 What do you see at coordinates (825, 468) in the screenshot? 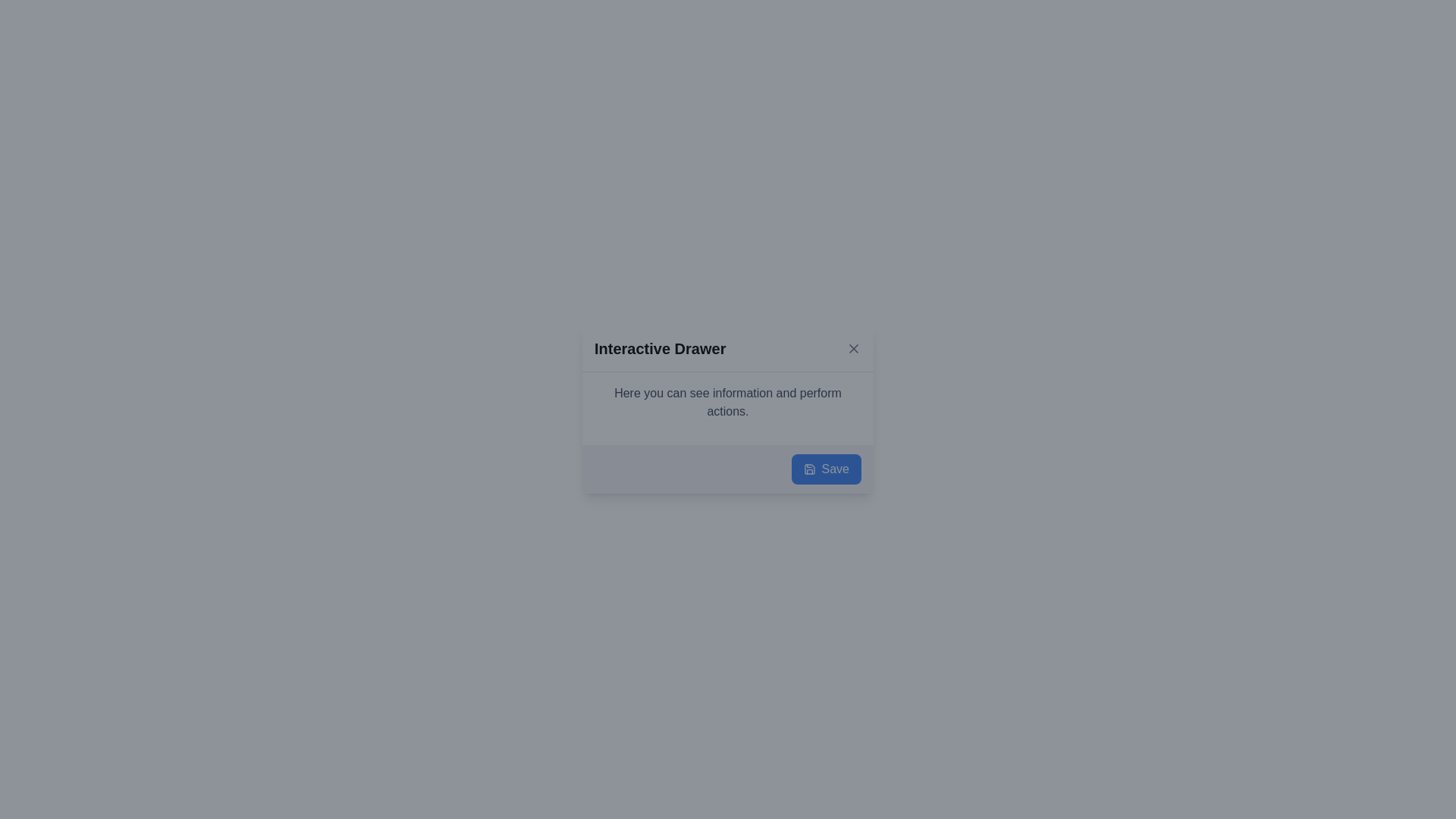
I see `the 'Save' button with a blue background and white text located in the bottom-right corner of the 'Interactive Drawer' dialog` at bounding box center [825, 468].